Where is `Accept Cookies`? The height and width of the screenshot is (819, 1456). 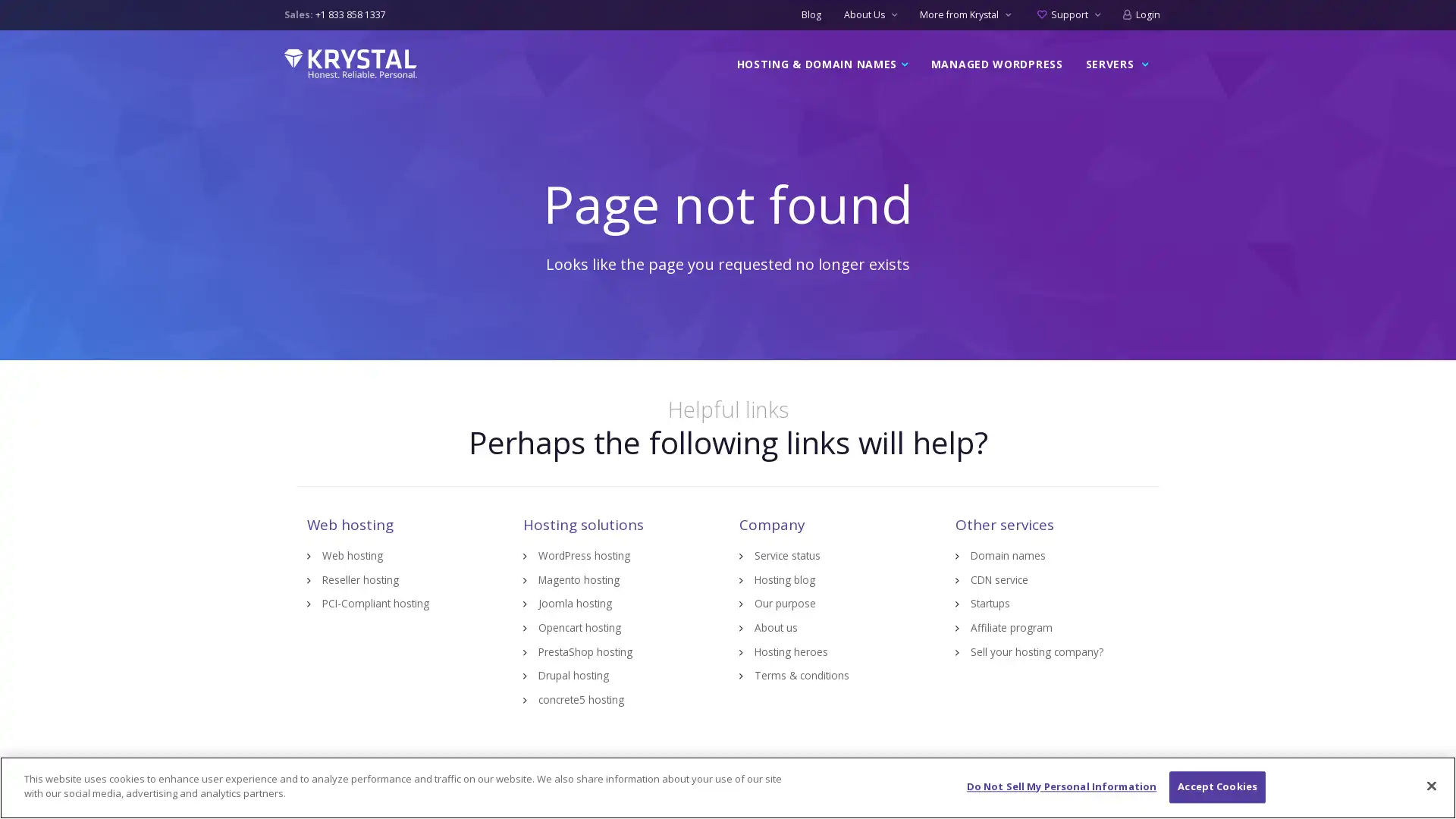
Accept Cookies is located at coordinates (1217, 786).